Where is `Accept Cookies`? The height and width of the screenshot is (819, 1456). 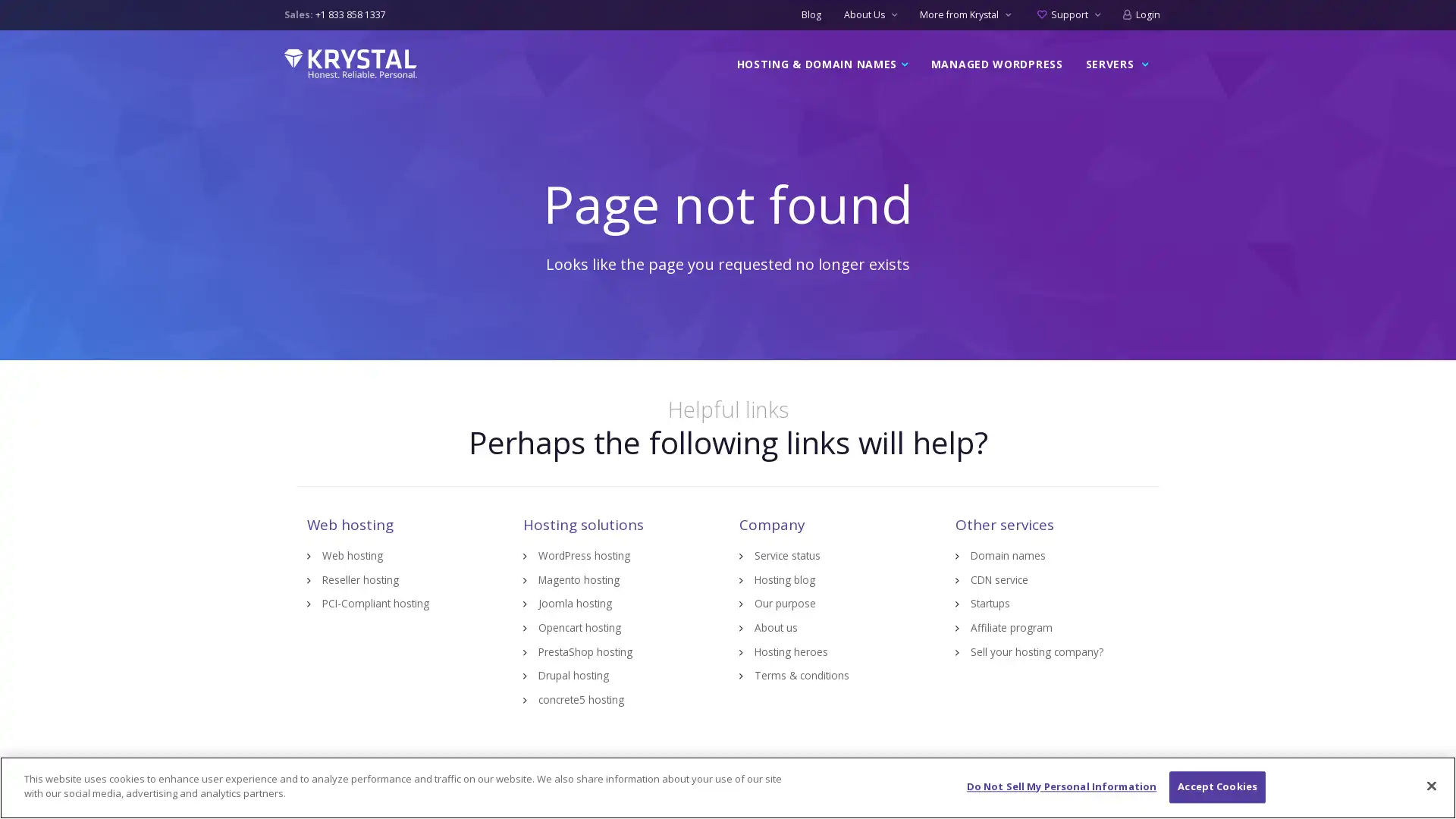
Accept Cookies is located at coordinates (1217, 786).